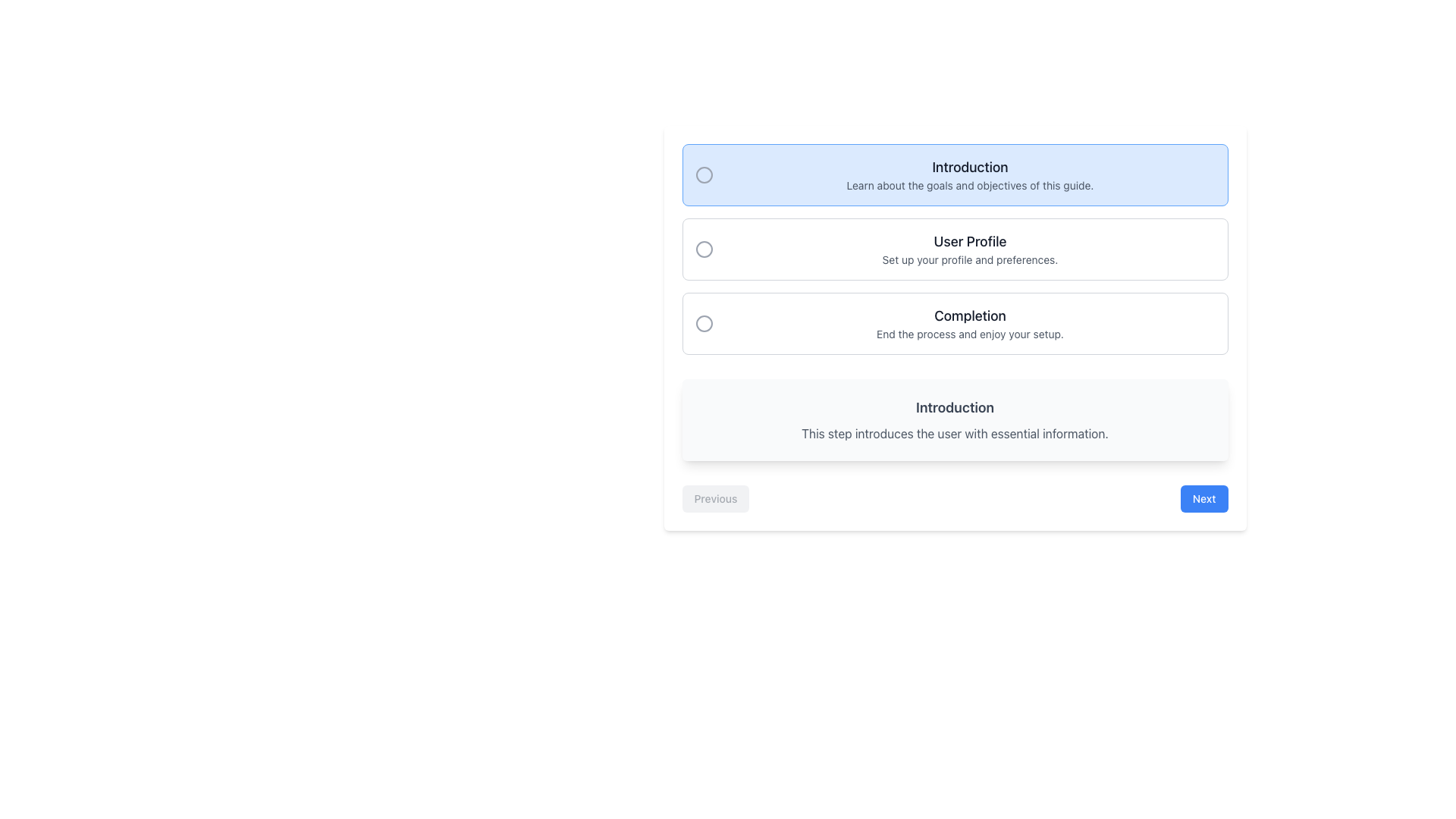 This screenshot has height=819, width=1456. I want to click on the text label titled 'Completion' with the subtitle 'End the process and enjoy your setup.' which is the third row in the vertically-stacked selection menu, so click(969, 323).